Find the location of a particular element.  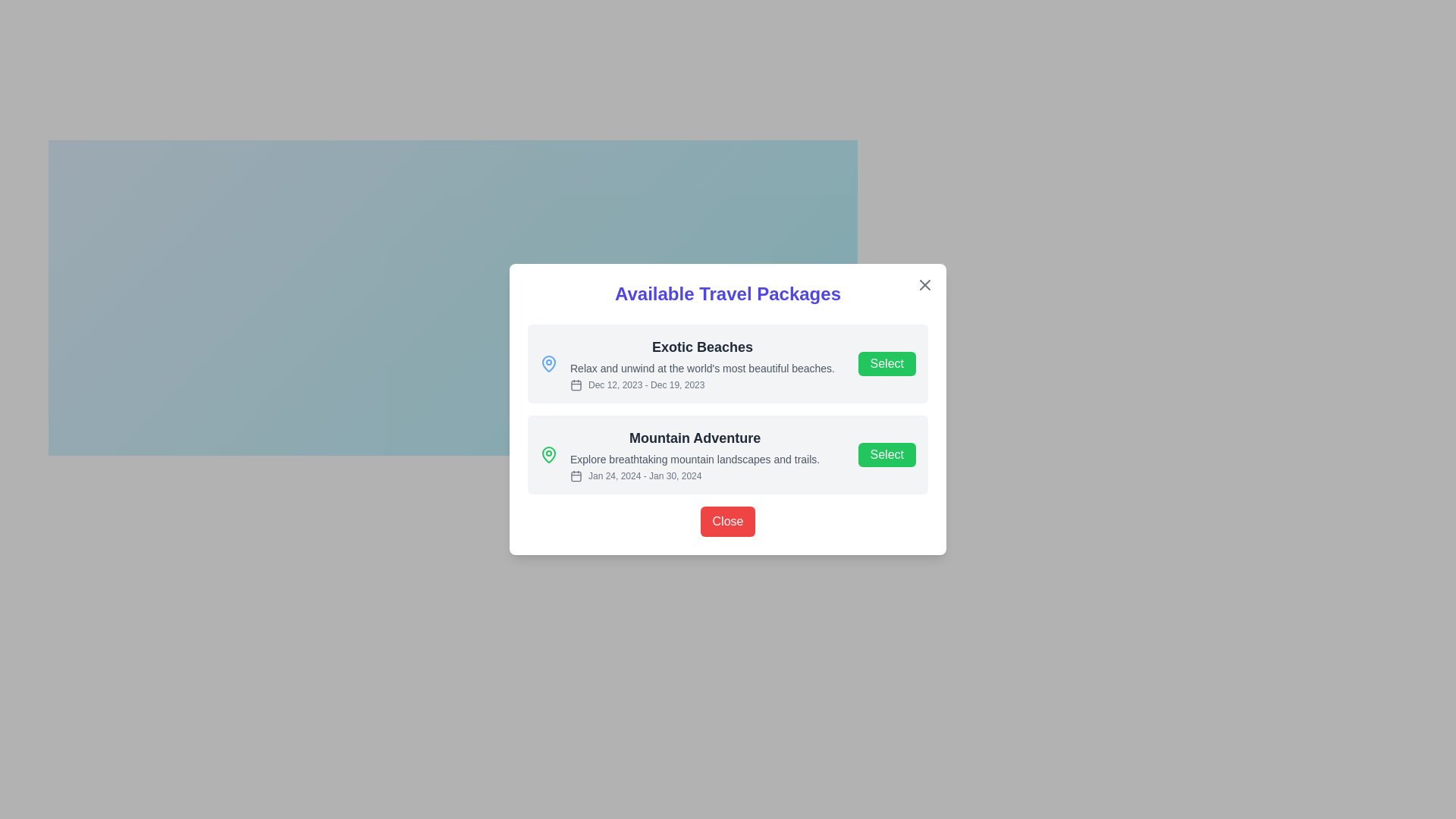

the pin-shaped icon with a blue border located at the top-left corner of the 'Exotic Beaches' card to see more information is located at coordinates (548, 363).